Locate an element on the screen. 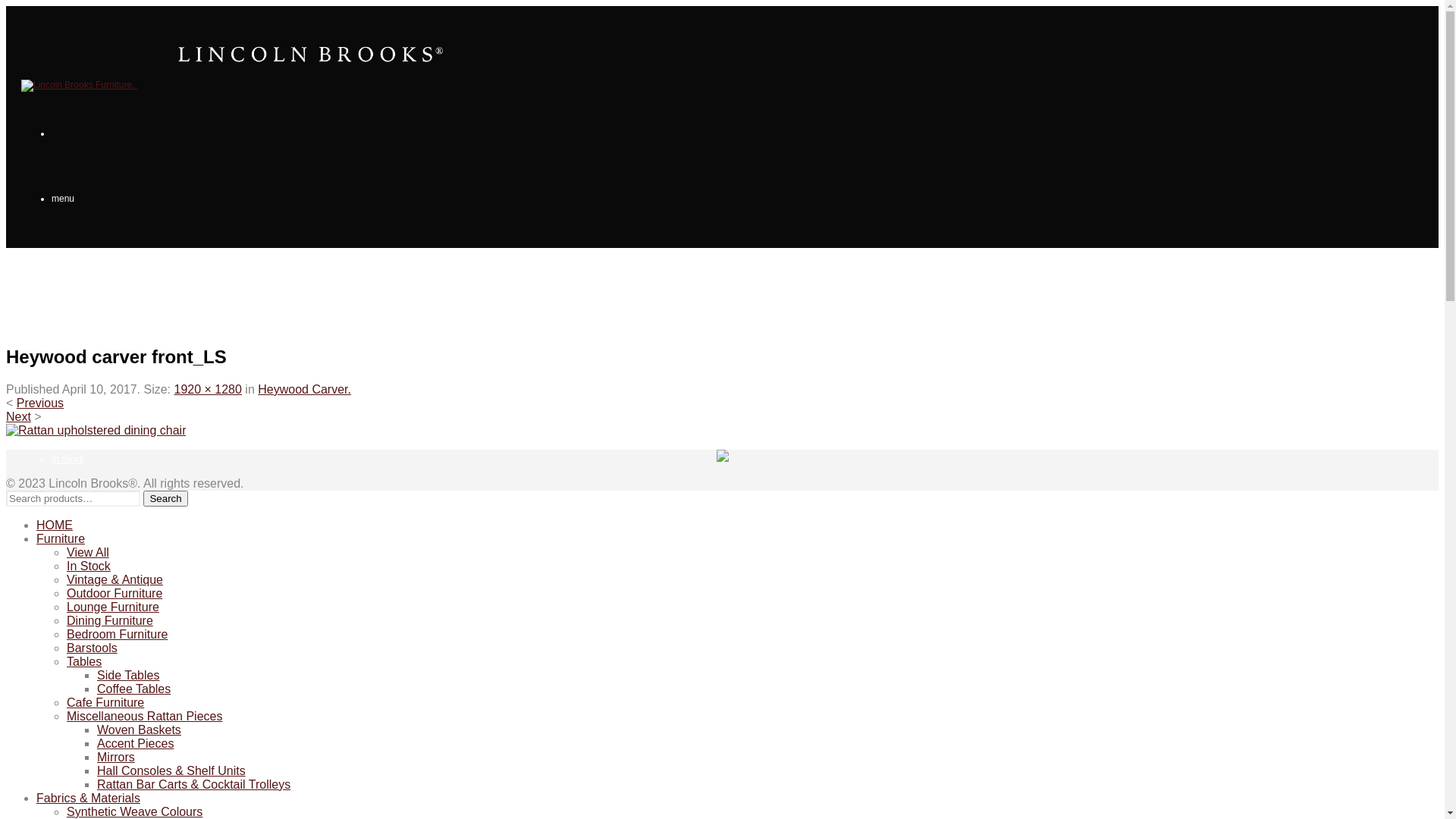 The image size is (1456, 819). 'View All' is located at coordinates (86, 552).